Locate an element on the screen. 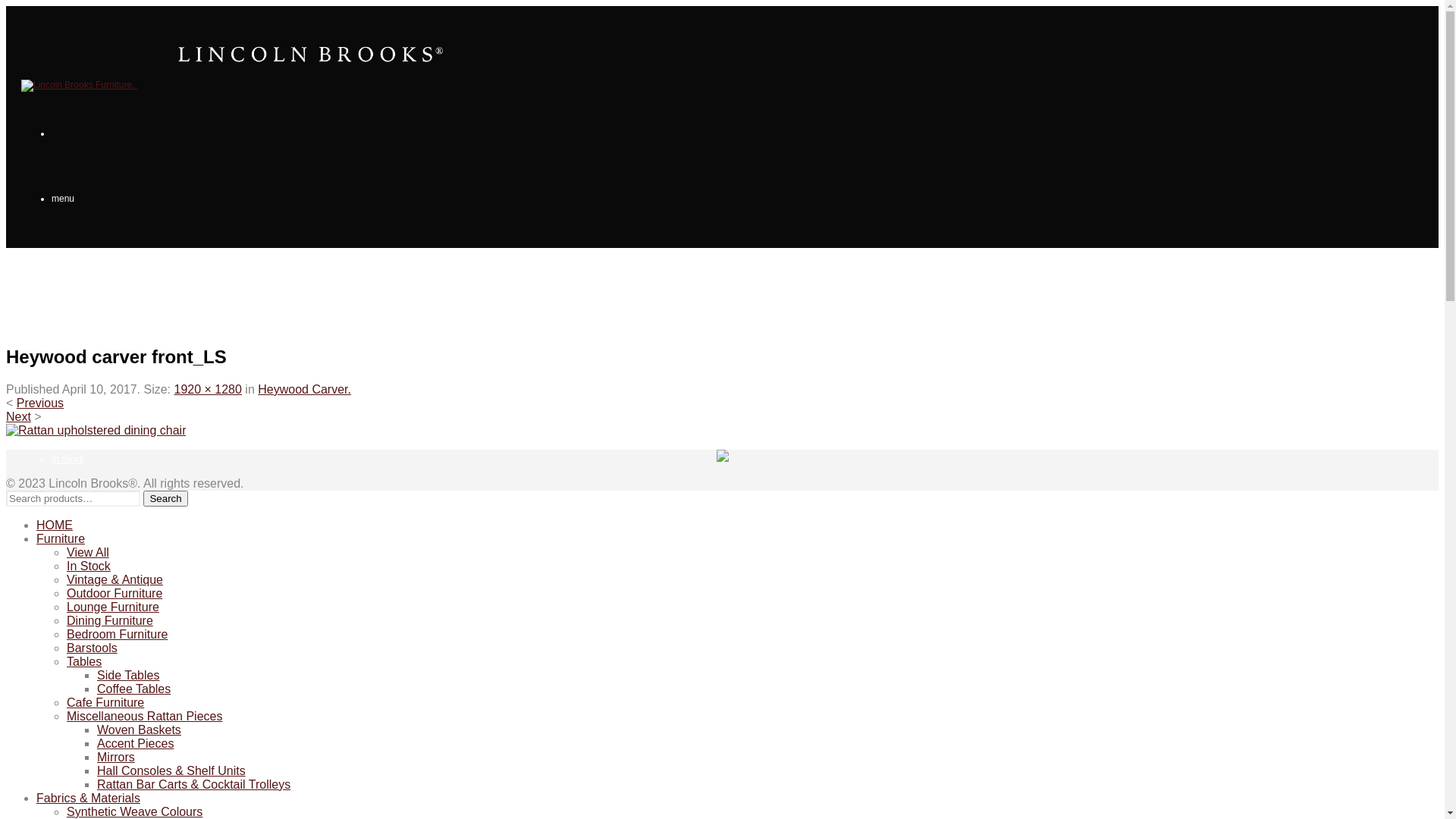 The image size is (1456, 819). 'View All' is located at coordinates (86, 552).